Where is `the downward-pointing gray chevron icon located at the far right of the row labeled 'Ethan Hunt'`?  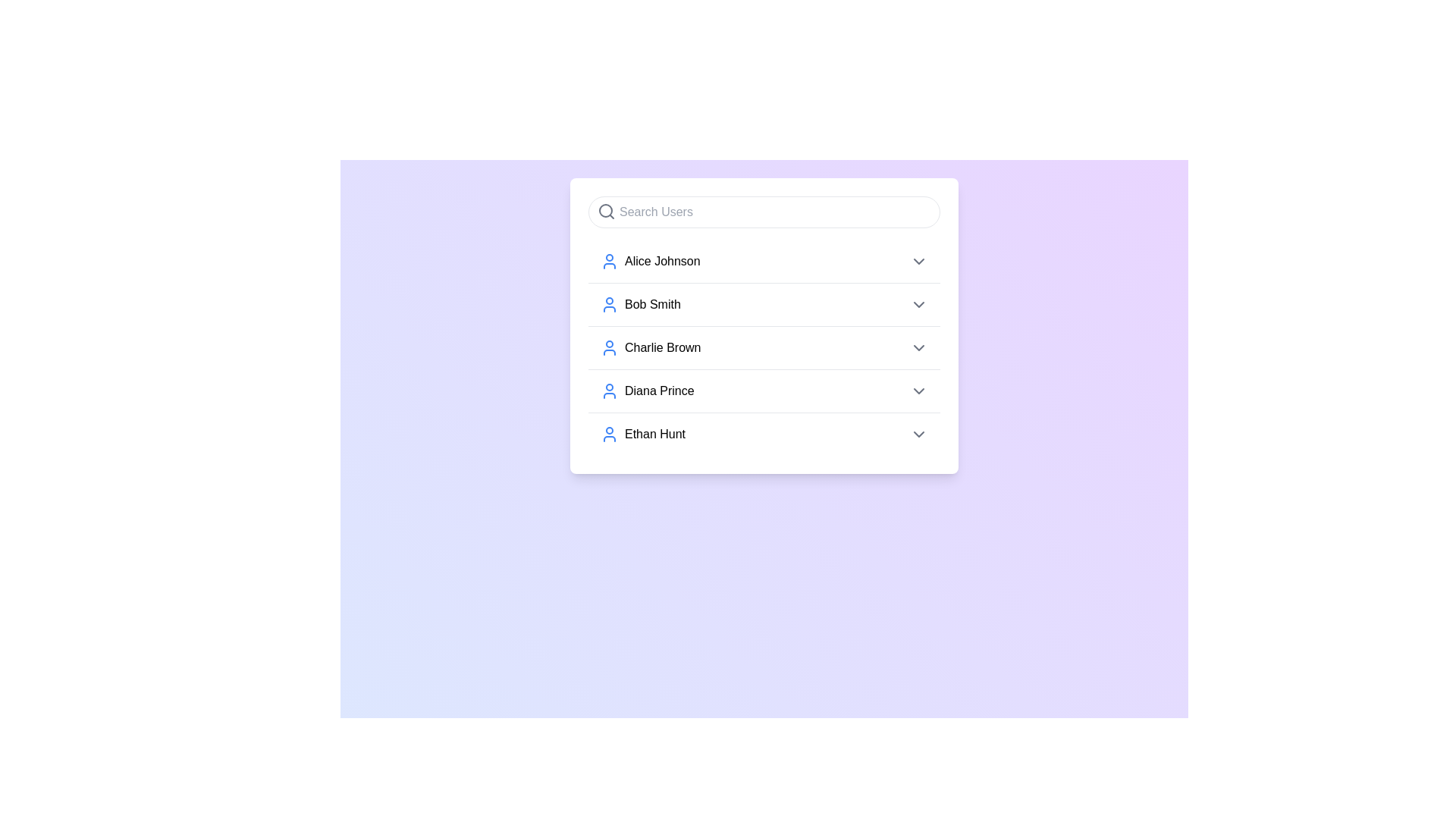
the downward-pointing gray chevron icon located at the far right of the row labeled 'Ethan Hunt' is located at coordinates (918, 435).